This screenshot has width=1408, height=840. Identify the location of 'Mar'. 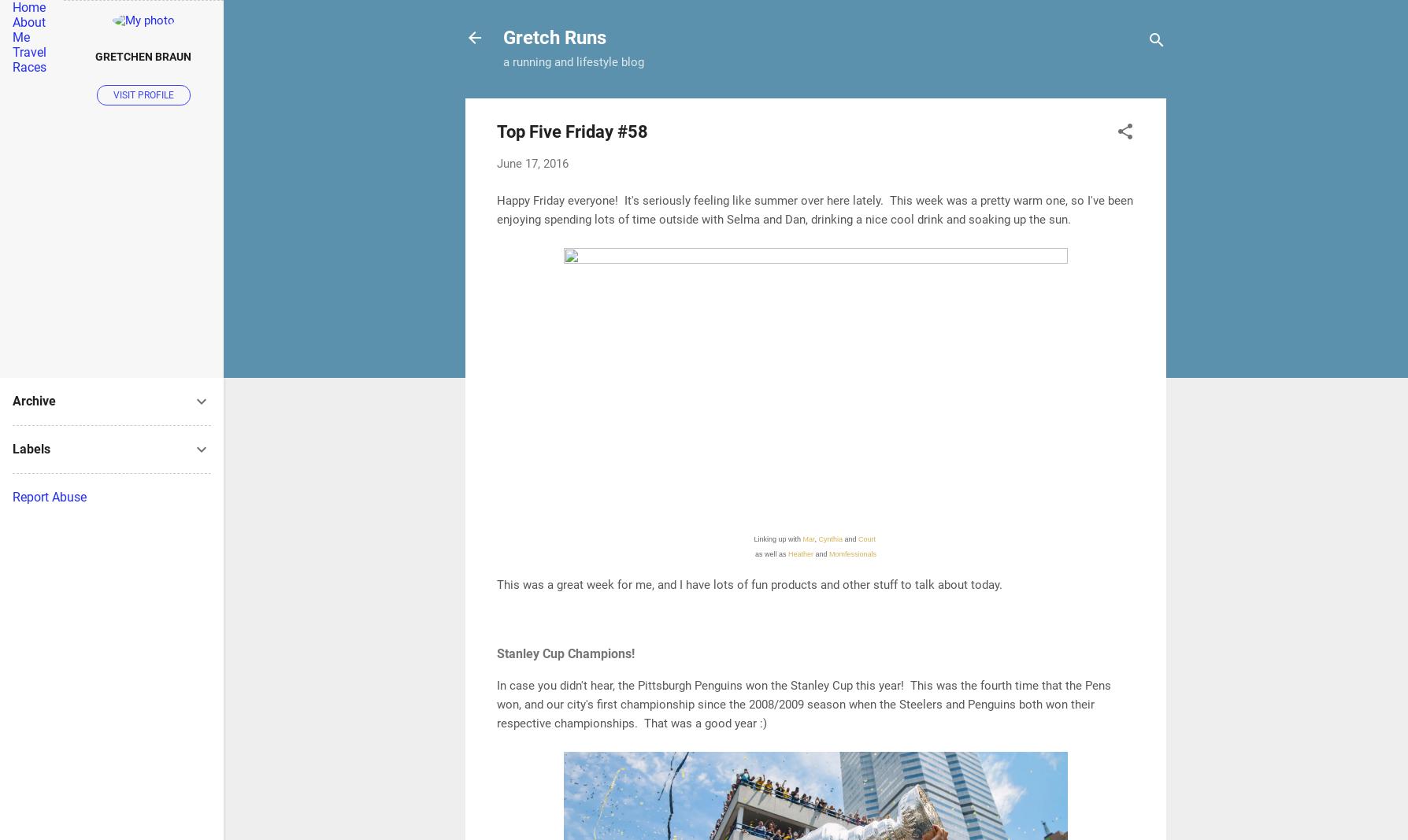
(808, 538).